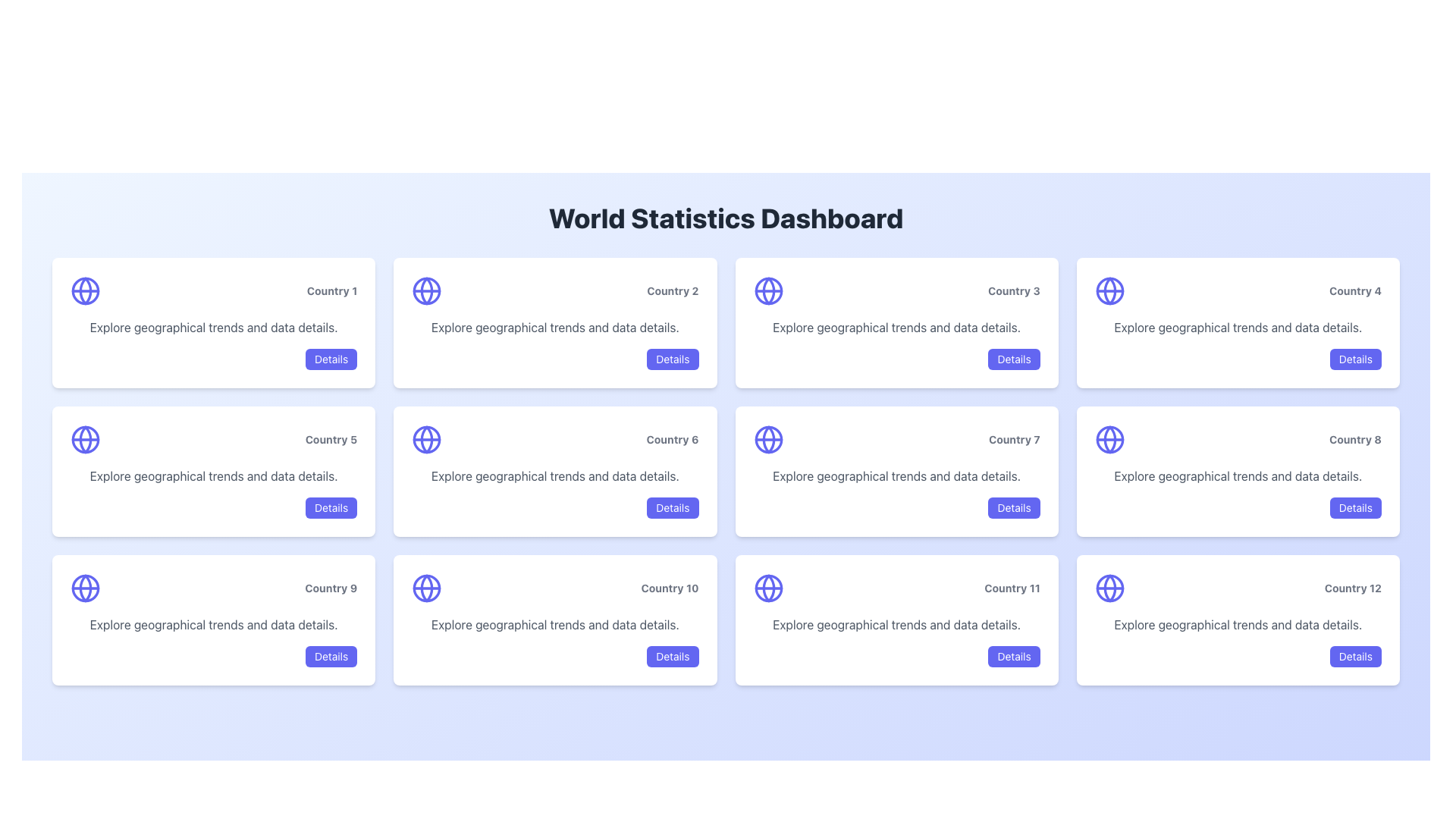 The height and width of the screenshot is (819, 1456). I want to click on the globe icon representing geographic information located in the second row and first column of the grid layout, above the text for 'Country 5', so click(85, 439).